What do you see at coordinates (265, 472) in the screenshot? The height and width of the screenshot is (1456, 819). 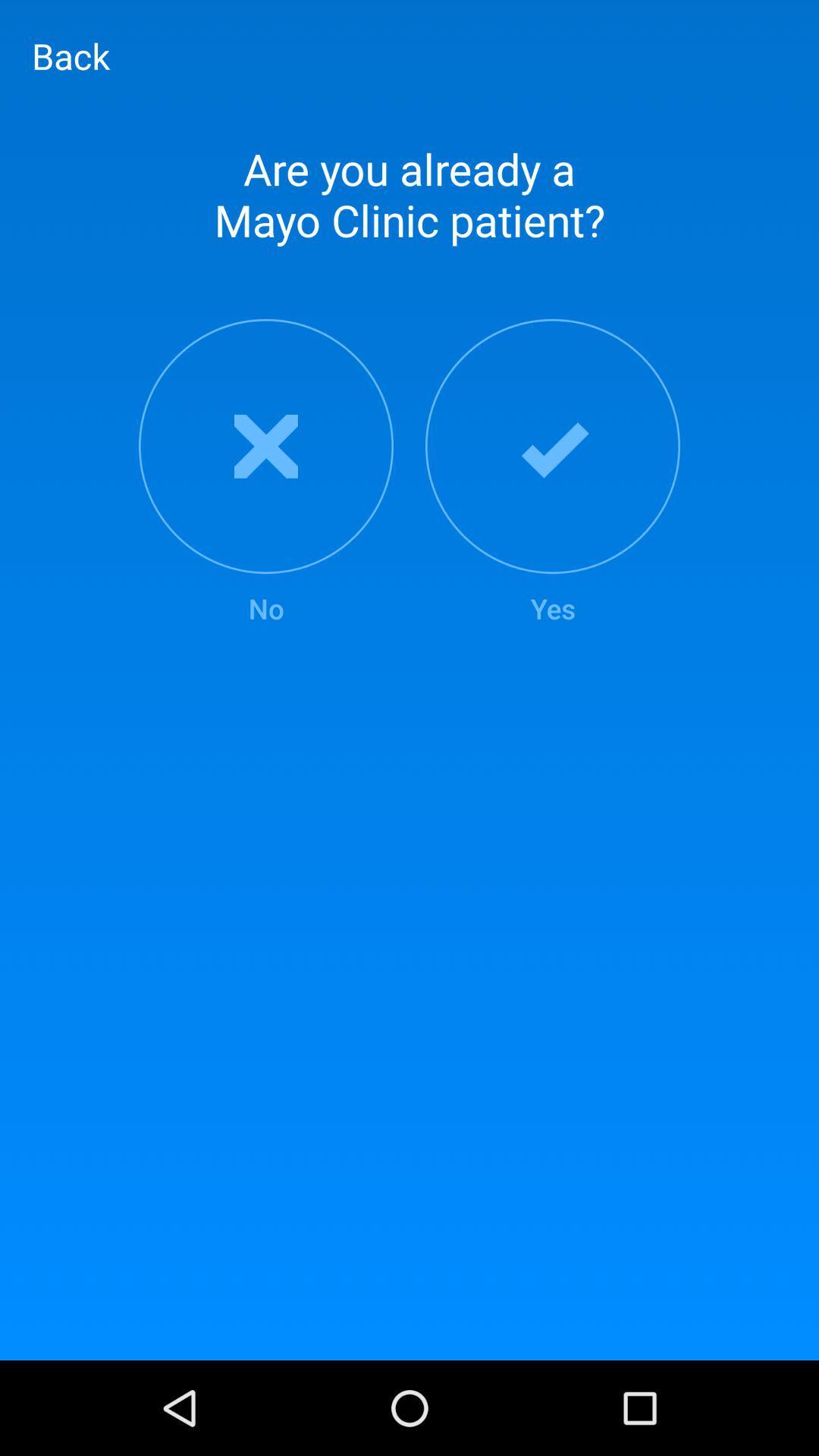 I see `the item next to the yes icon` at bounding box center [265, 472].